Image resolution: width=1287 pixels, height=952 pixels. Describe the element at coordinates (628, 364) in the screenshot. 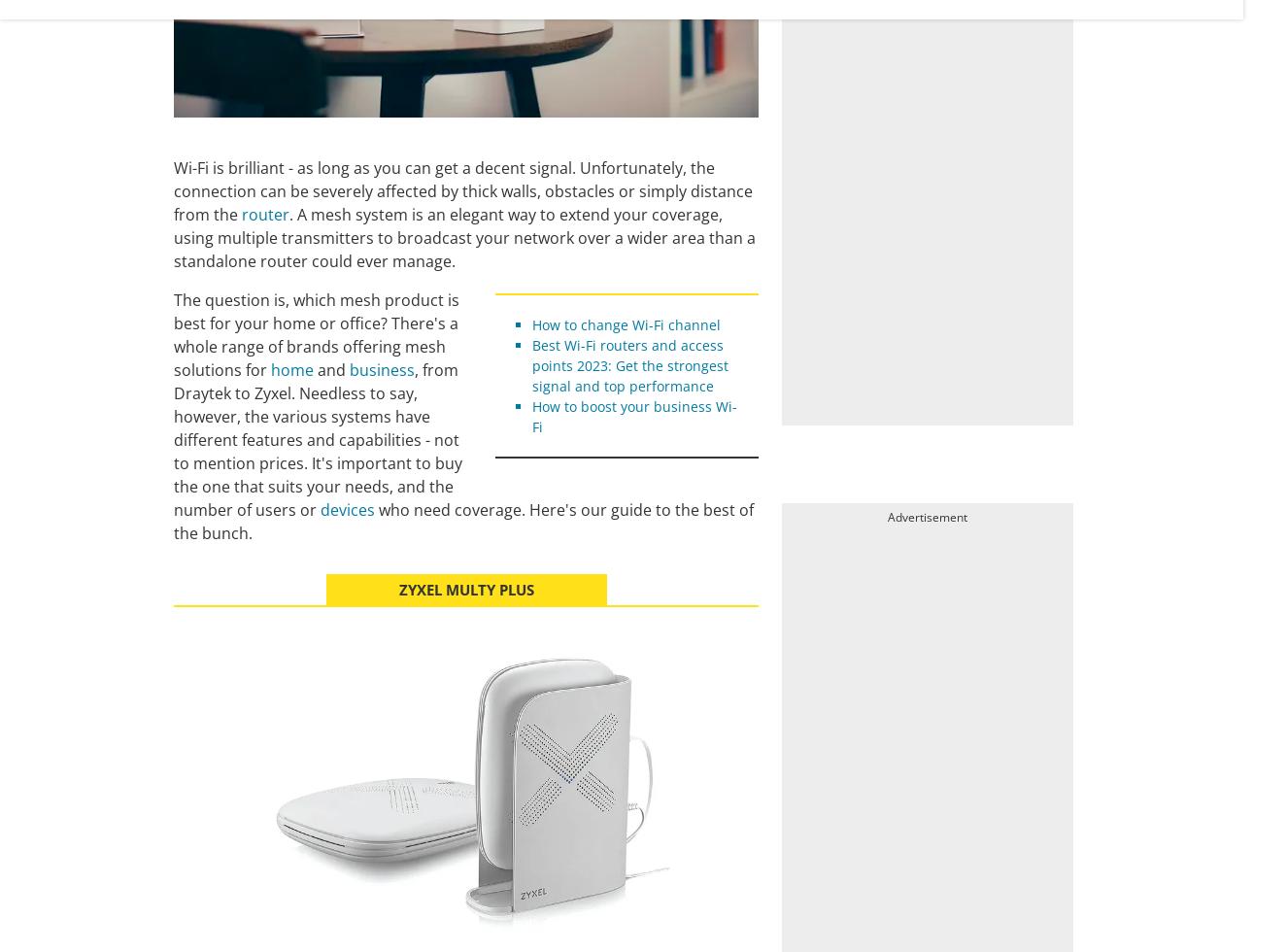

I see `'Best Wi-Fi routers and access points 2023: Get the strongest signal and top performance'` at that location.